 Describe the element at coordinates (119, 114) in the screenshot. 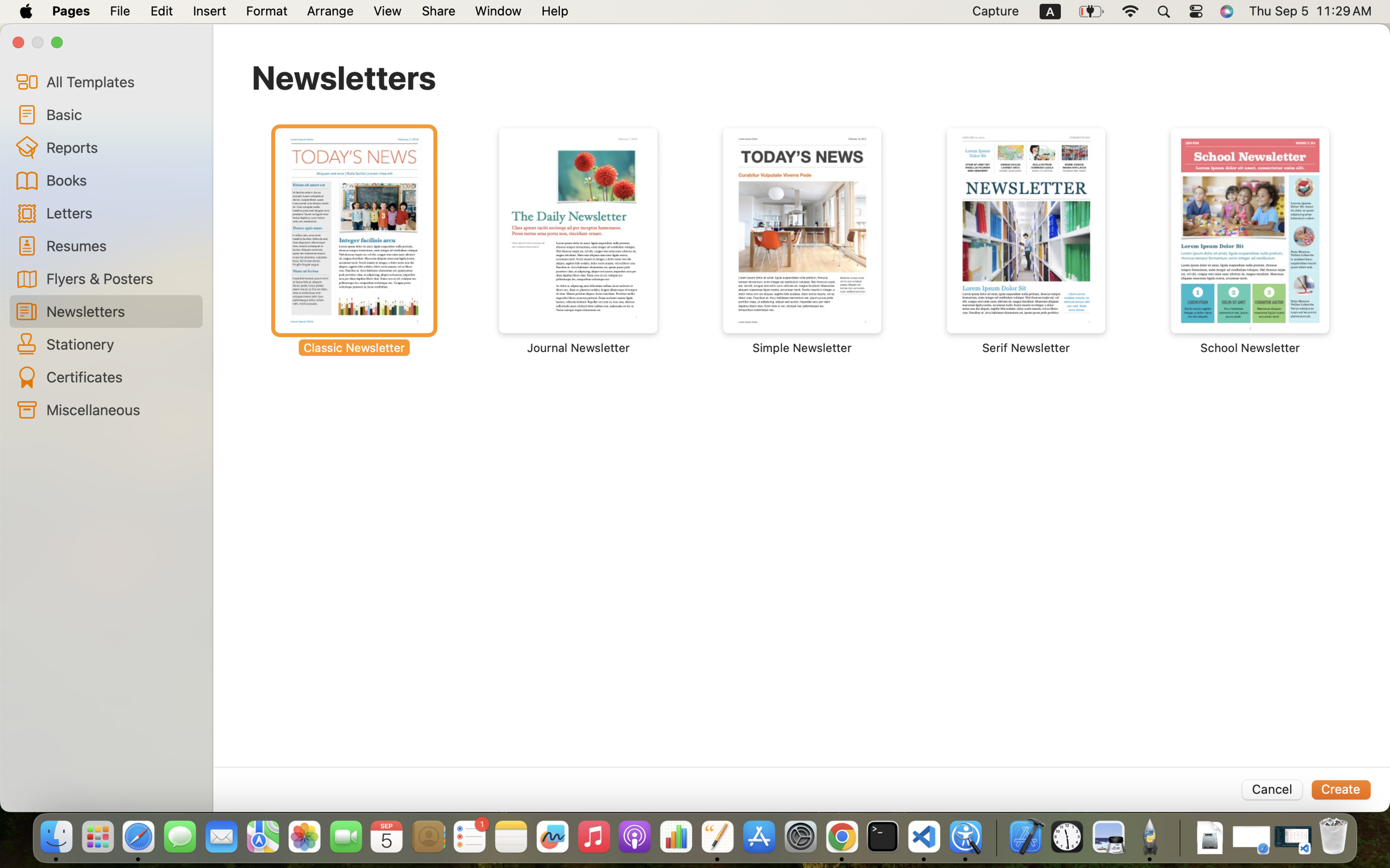

I see `'Basic'` at that location.